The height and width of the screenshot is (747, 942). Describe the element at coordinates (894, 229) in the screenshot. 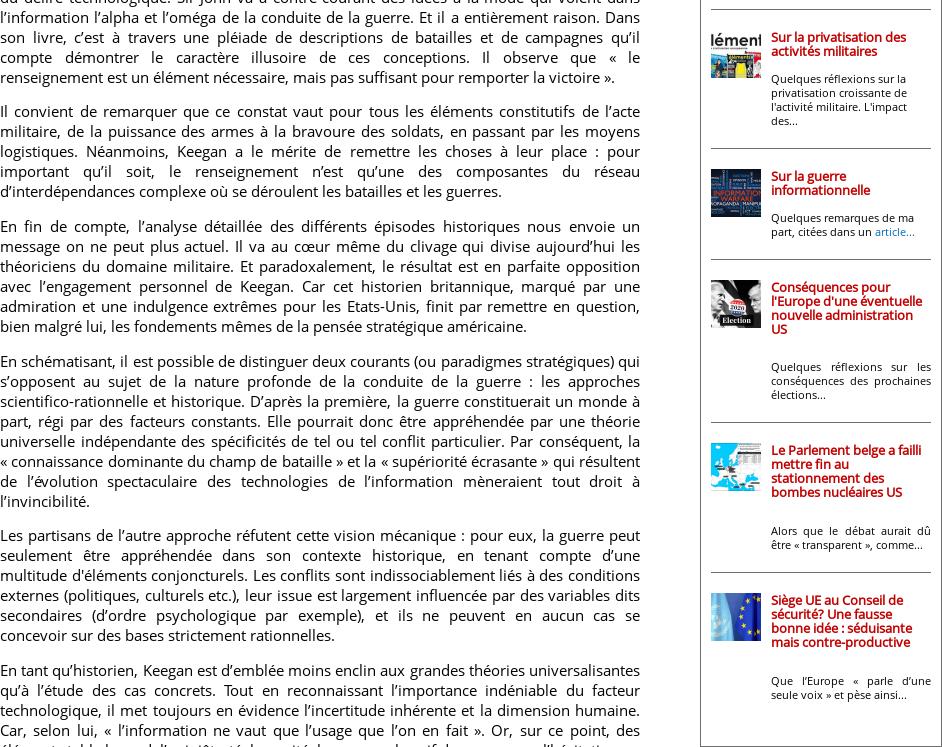

I see `'article...'` at that location.